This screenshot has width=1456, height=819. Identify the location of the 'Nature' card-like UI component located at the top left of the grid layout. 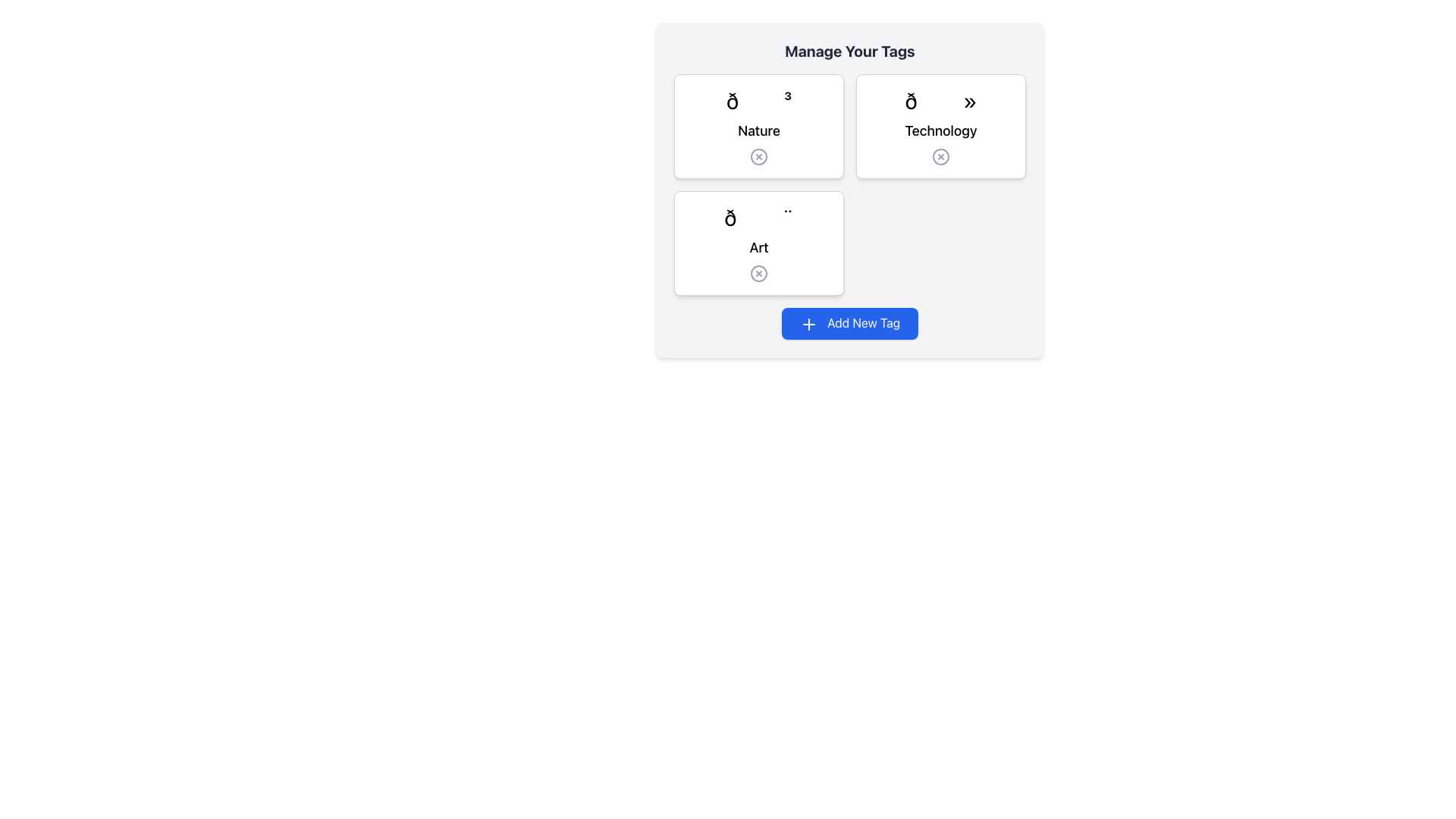
(759, 125).